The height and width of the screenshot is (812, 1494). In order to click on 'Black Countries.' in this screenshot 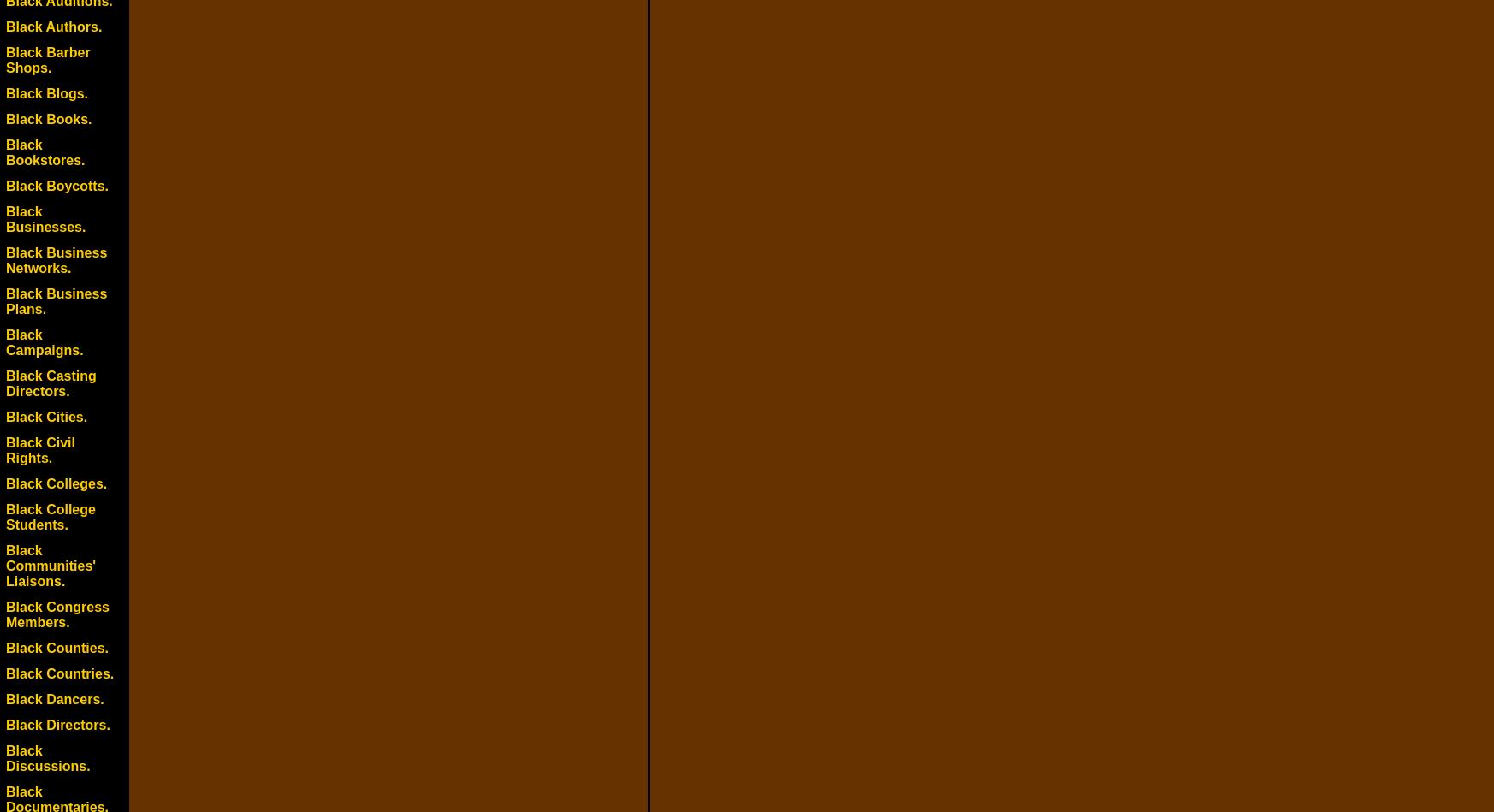, I will do `click(58, 673)`.